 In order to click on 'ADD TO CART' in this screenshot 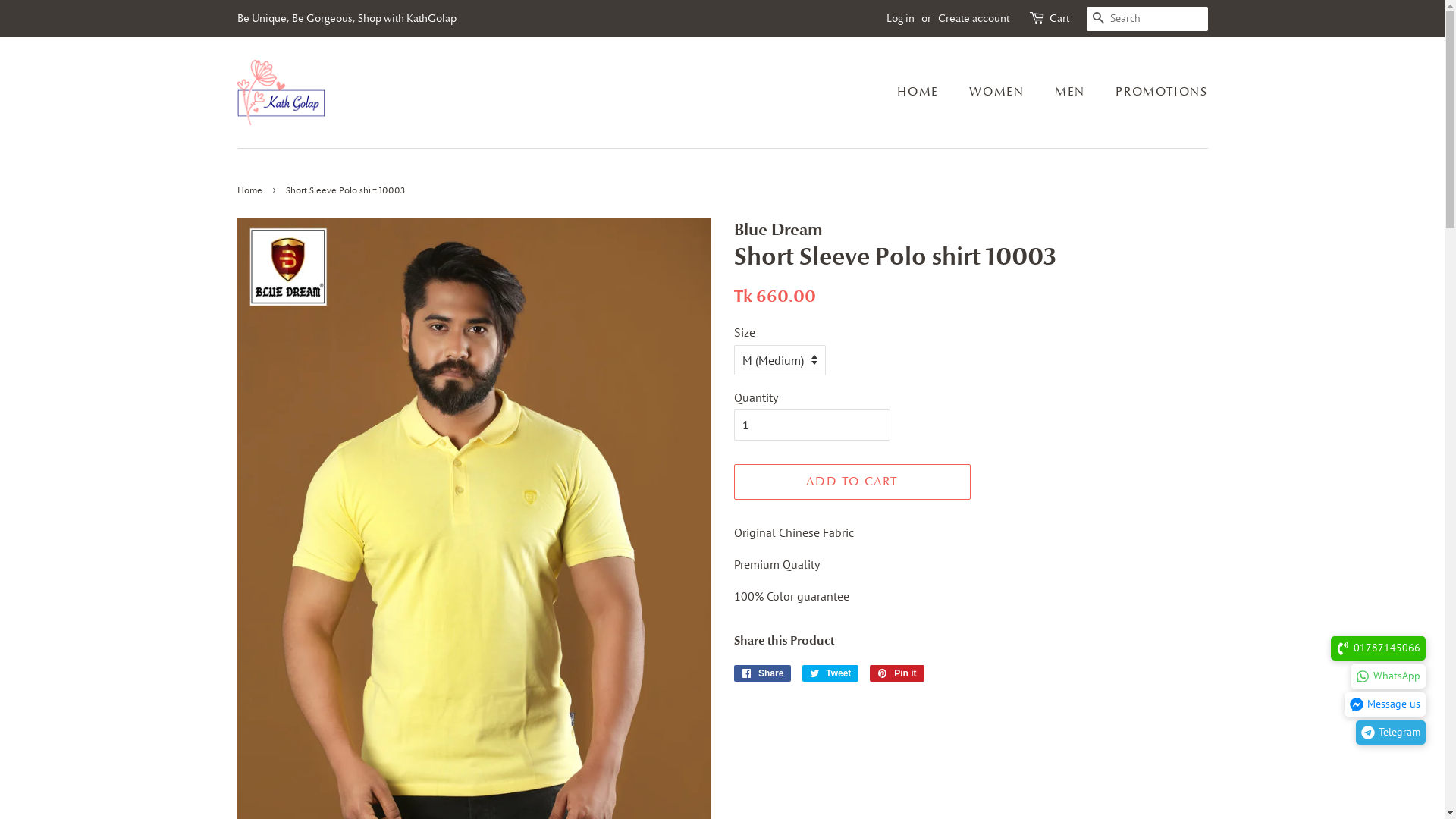, I will do `click(852, 482)`.